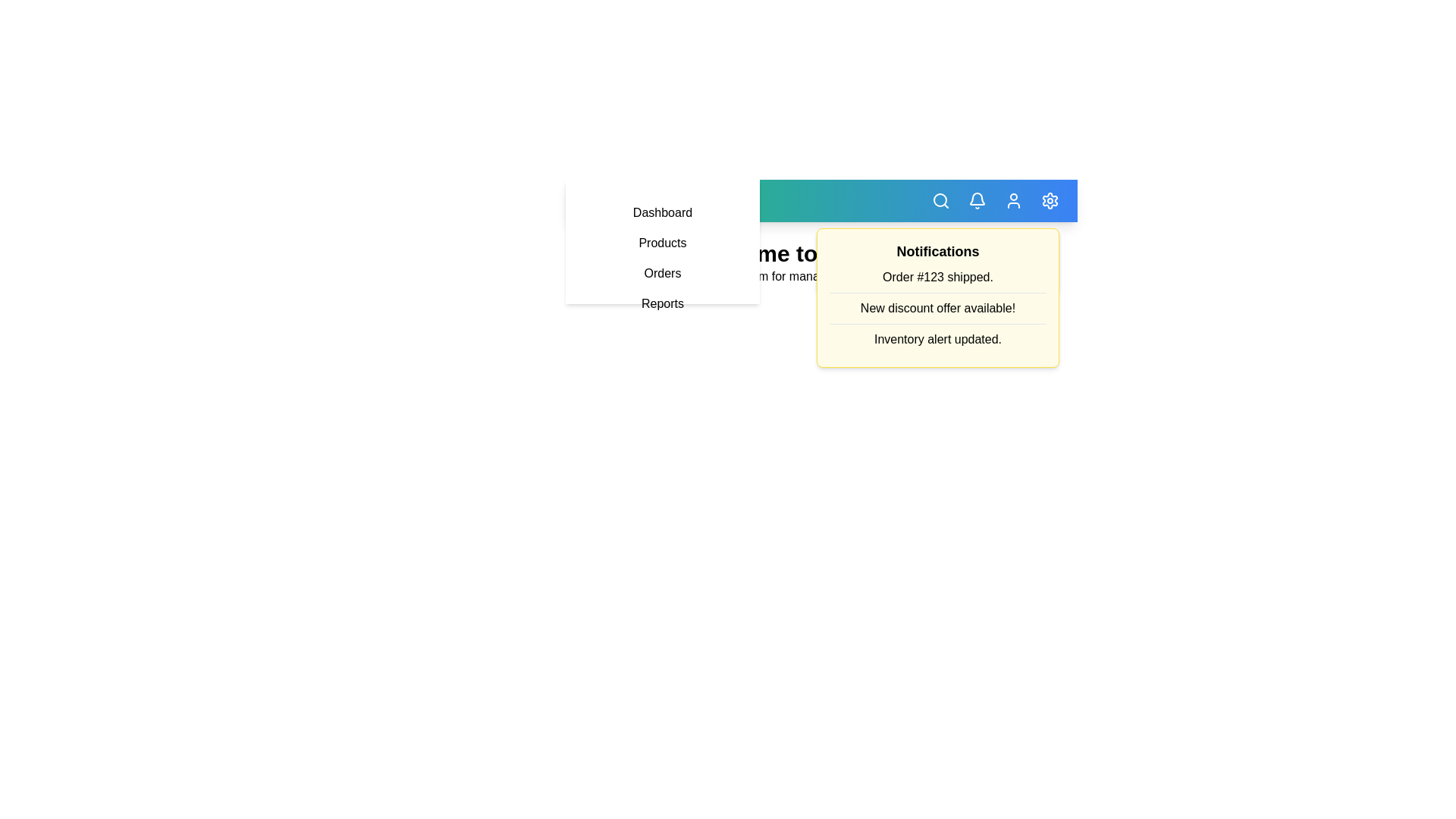 Image resolution: width=1456 pixels, height=819 pixels. Describe the element at coordinates (937, 278) in the screenshot. I see `the notification text displaying 'Order #123' in the dropdown panel under the 'Notifications' heading` at that location.